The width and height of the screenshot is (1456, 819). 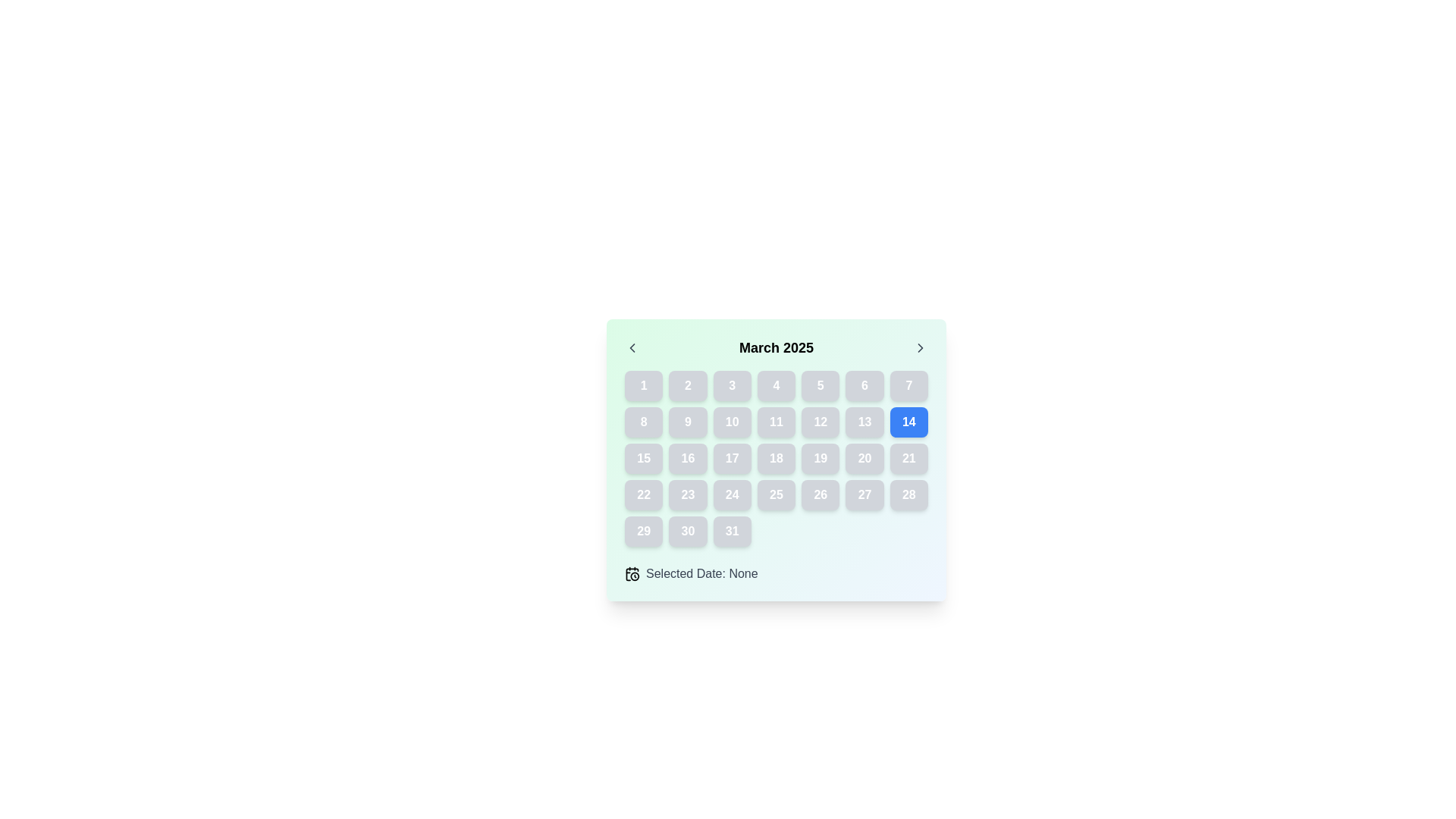 What do you see at coordinates (776, 458) in the screenshot?
I see `the button labeled '18' with a soft gray background and rounded corners in the fourth row and fourth column of the calendar grid` at bounding box center [776, 458].